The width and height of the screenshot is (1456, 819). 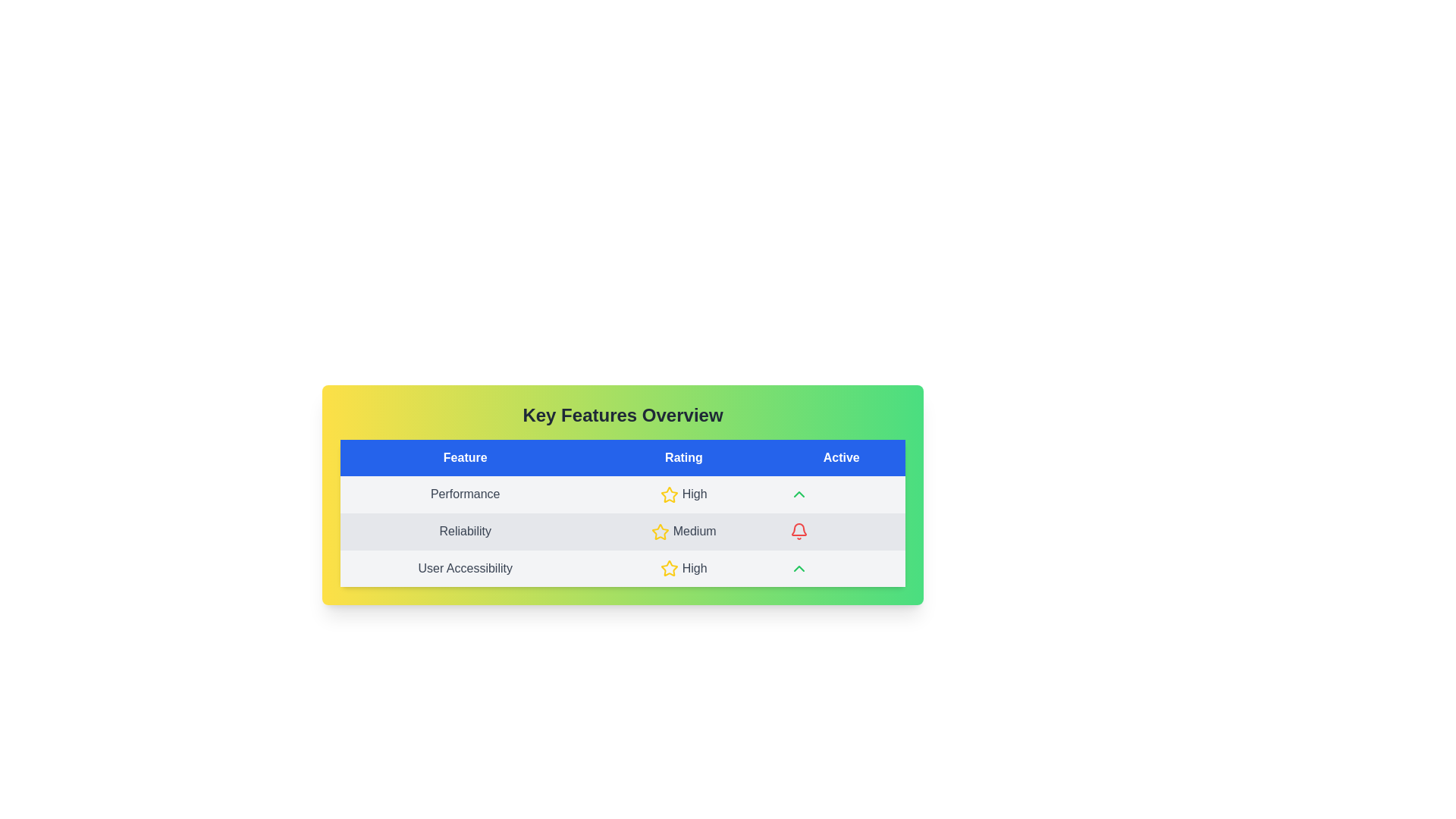 What do you see at coordinates (683, 531) in the screenshot?
I see `the 'Medium' label with a star icon, located in the second row under the 'Rating' column, positioned between the 'Reliability' label and the 'Active' column content` at bounding box center [683, 531].